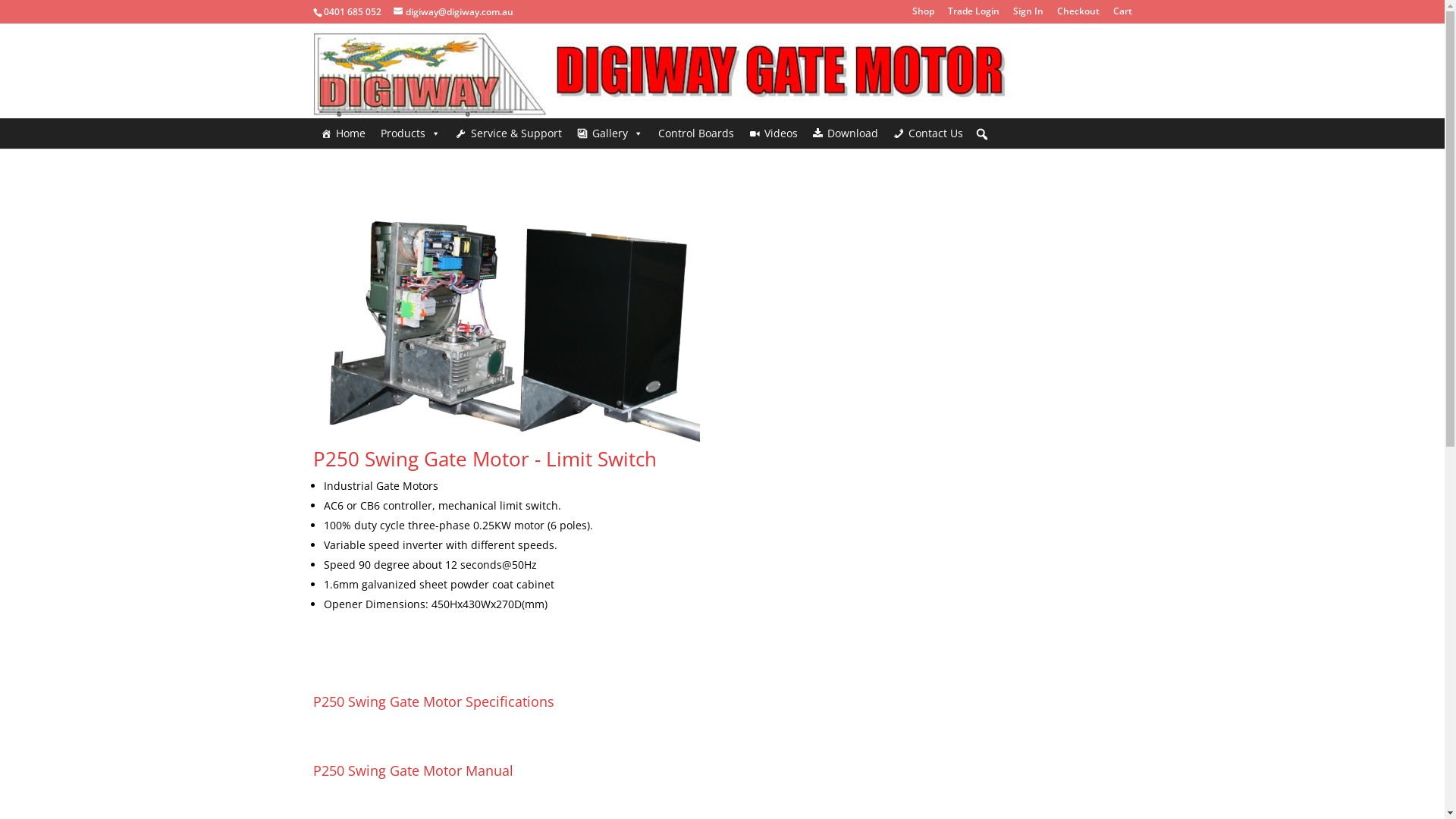 The image size is (1456, 819). I want to click on 'Checkout', so click(1077, 14).